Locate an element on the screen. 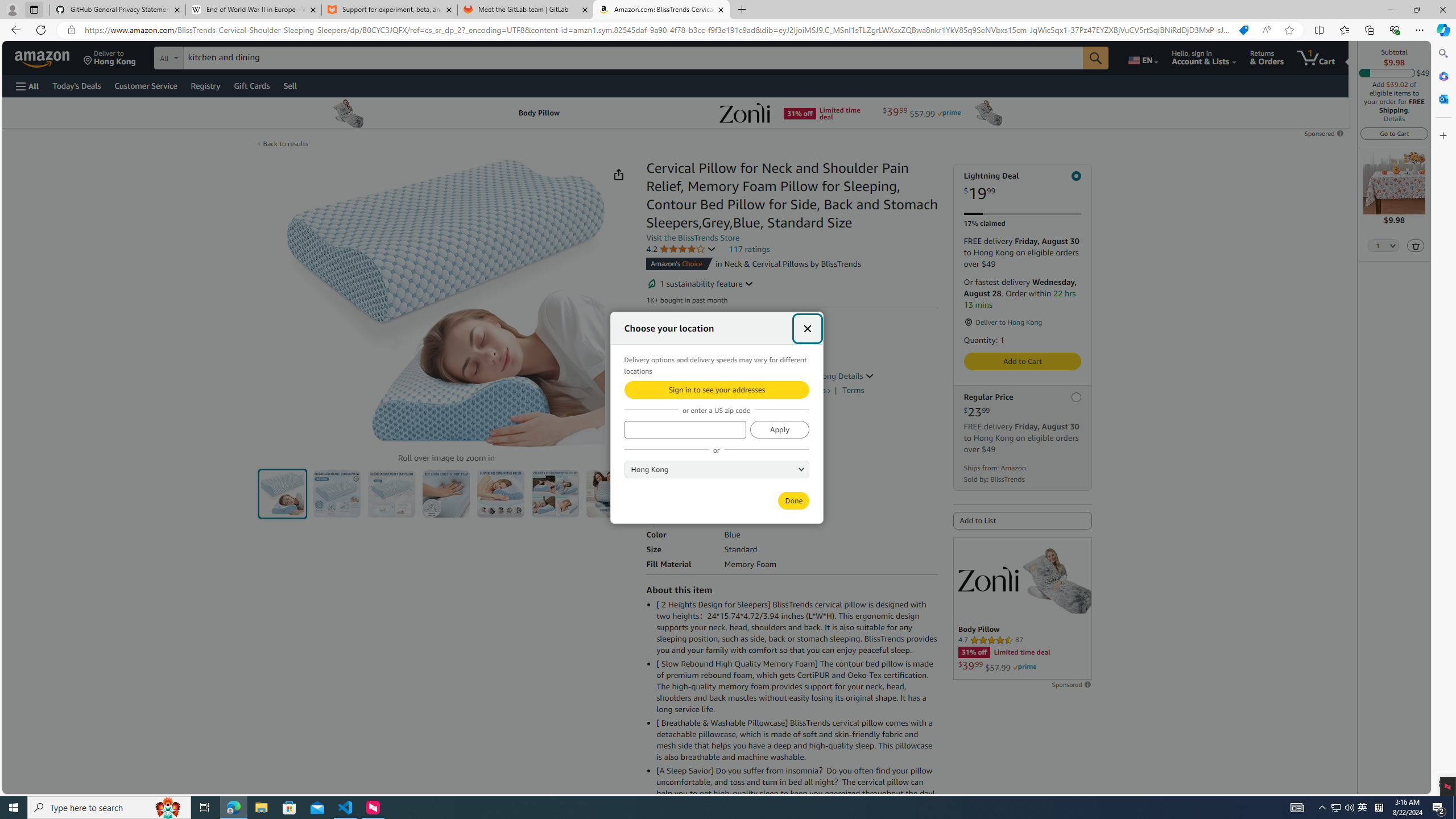 This screenshot has height=819, width=1456. '4.2 4.2 out of 5 stars' is located at coordinates (681, 248).